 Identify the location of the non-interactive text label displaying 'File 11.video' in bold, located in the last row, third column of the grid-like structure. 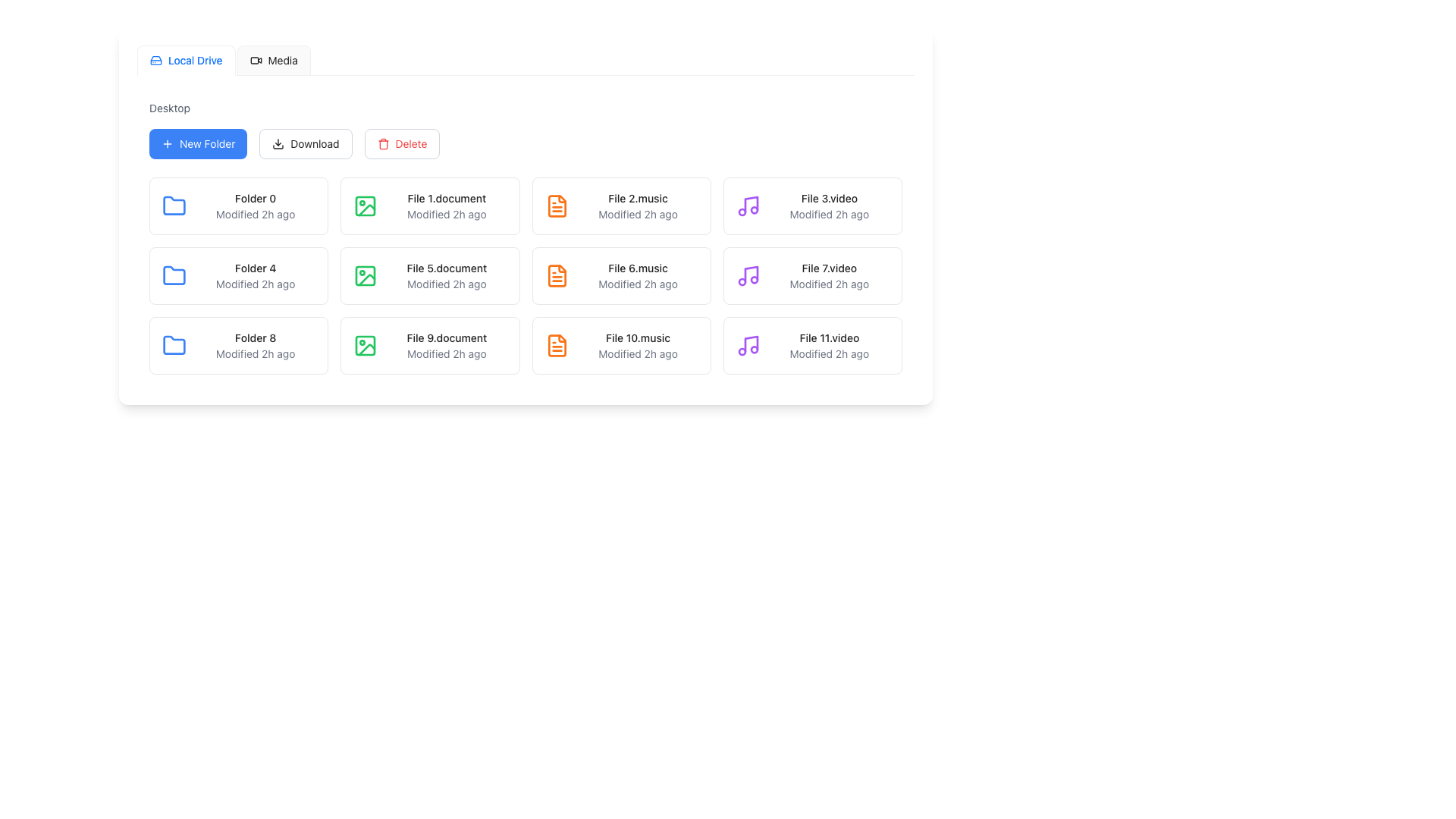
(828, 345).